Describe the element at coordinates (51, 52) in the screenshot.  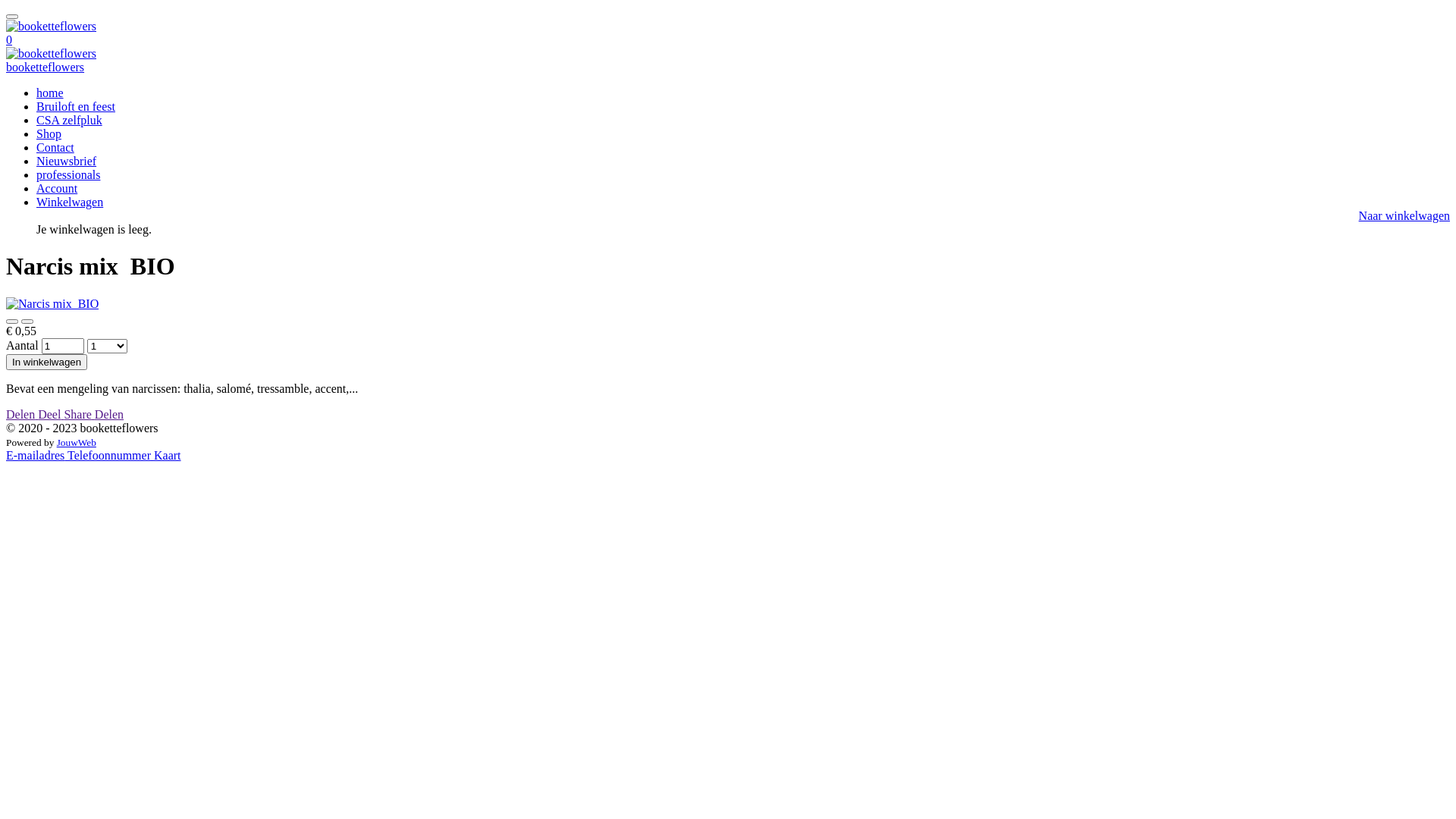
I see `'booketteflowers'` at that location.